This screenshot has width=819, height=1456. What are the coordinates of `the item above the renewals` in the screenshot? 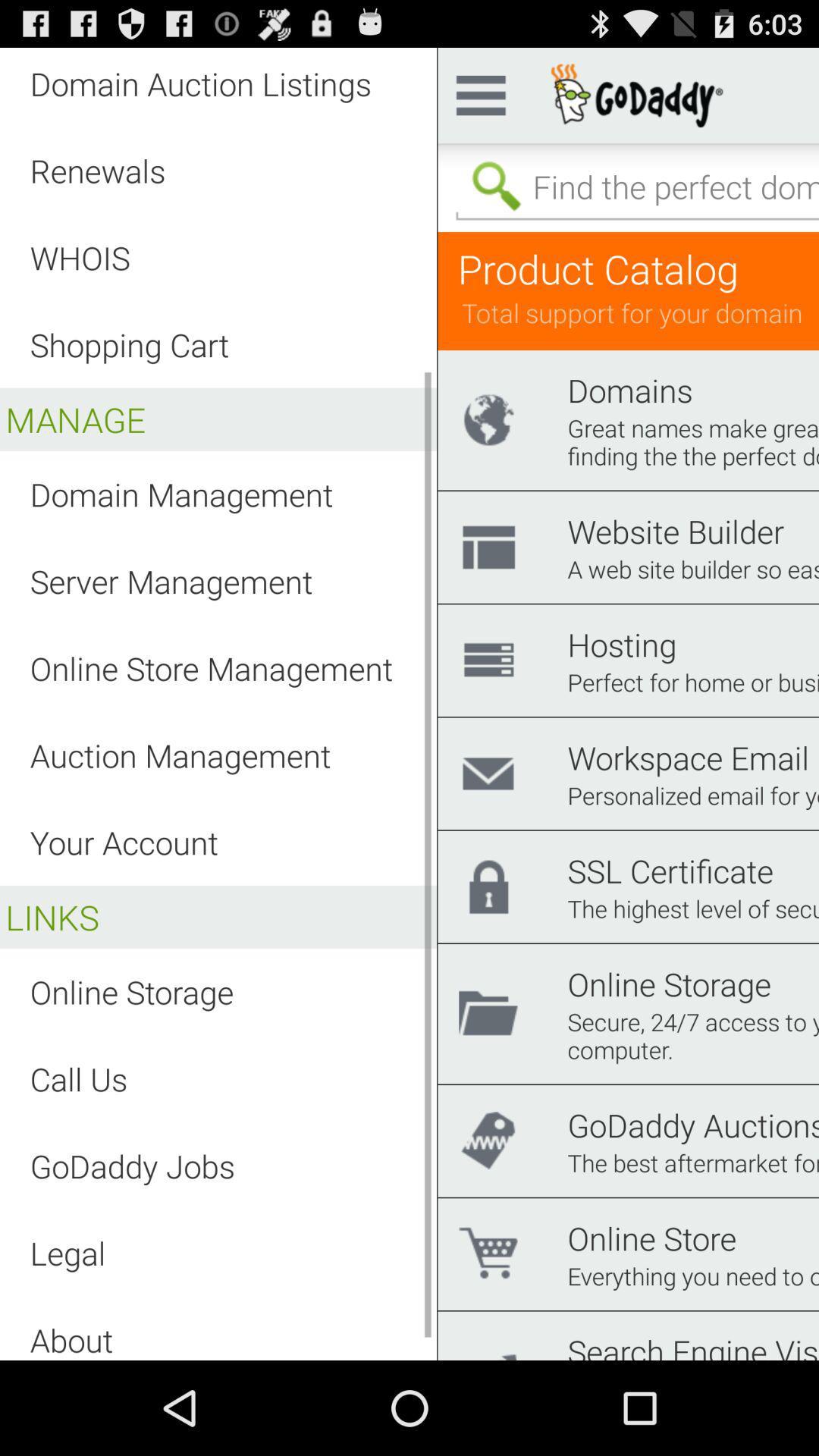 It's located at (199, 83).